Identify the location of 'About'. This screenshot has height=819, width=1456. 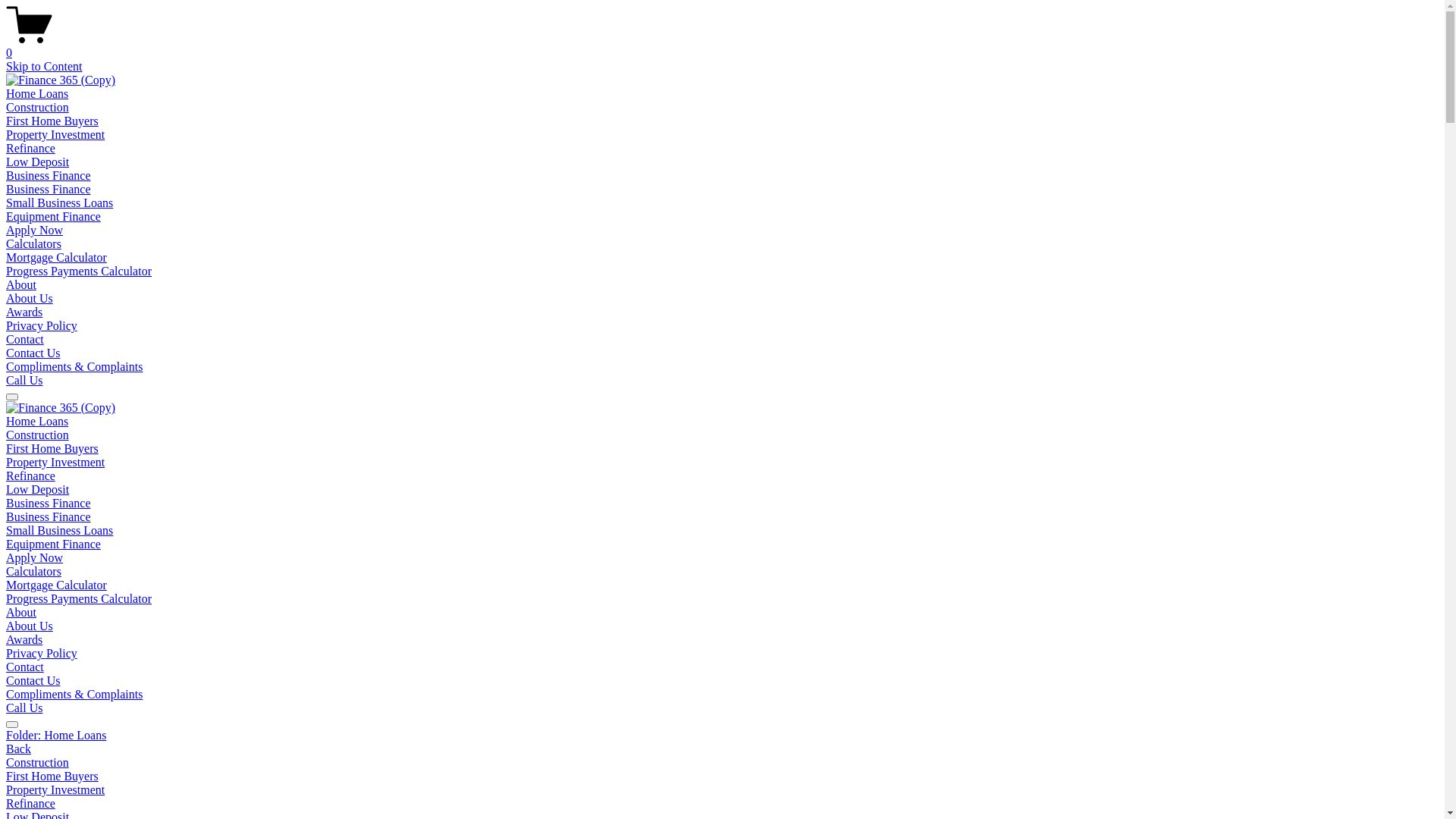
(6, 284).